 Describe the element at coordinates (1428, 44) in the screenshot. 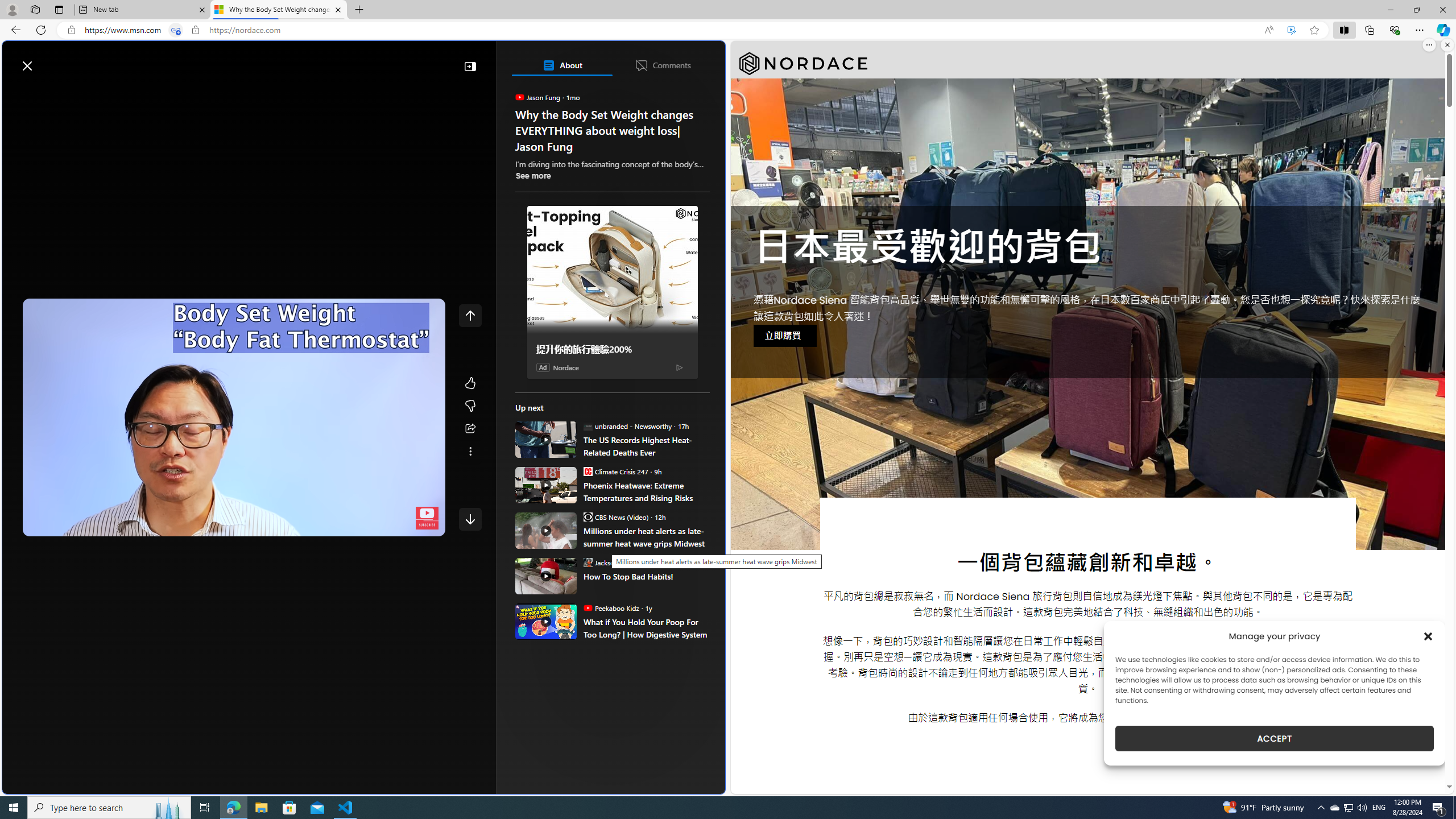

I see `'More options.'` at that location.